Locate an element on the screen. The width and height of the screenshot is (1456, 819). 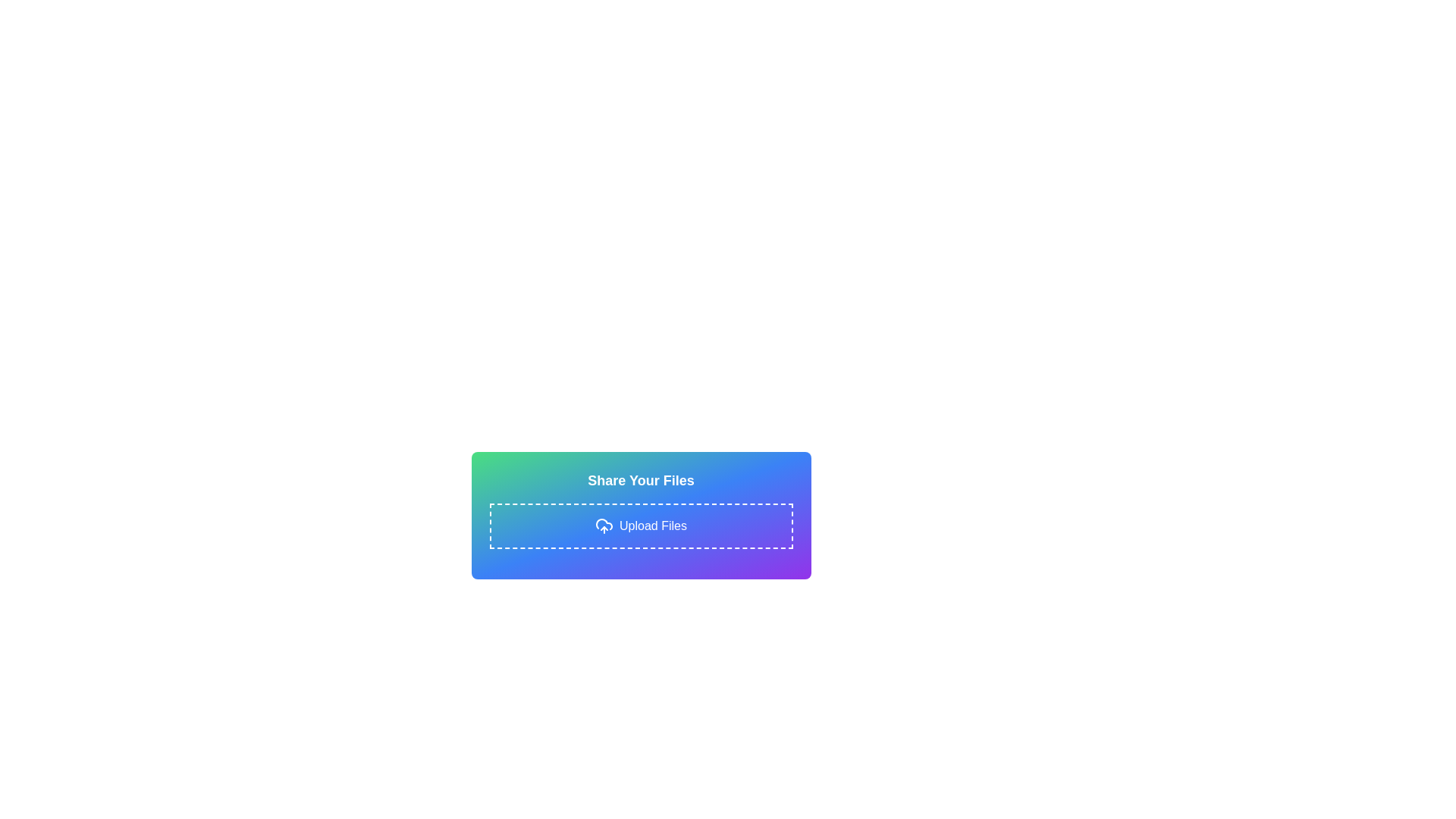
the 'Upload Files' button, which is a rectangular area with a dashed border and a gradient background, to trigger visual effects is located at coordinates (641, 526).